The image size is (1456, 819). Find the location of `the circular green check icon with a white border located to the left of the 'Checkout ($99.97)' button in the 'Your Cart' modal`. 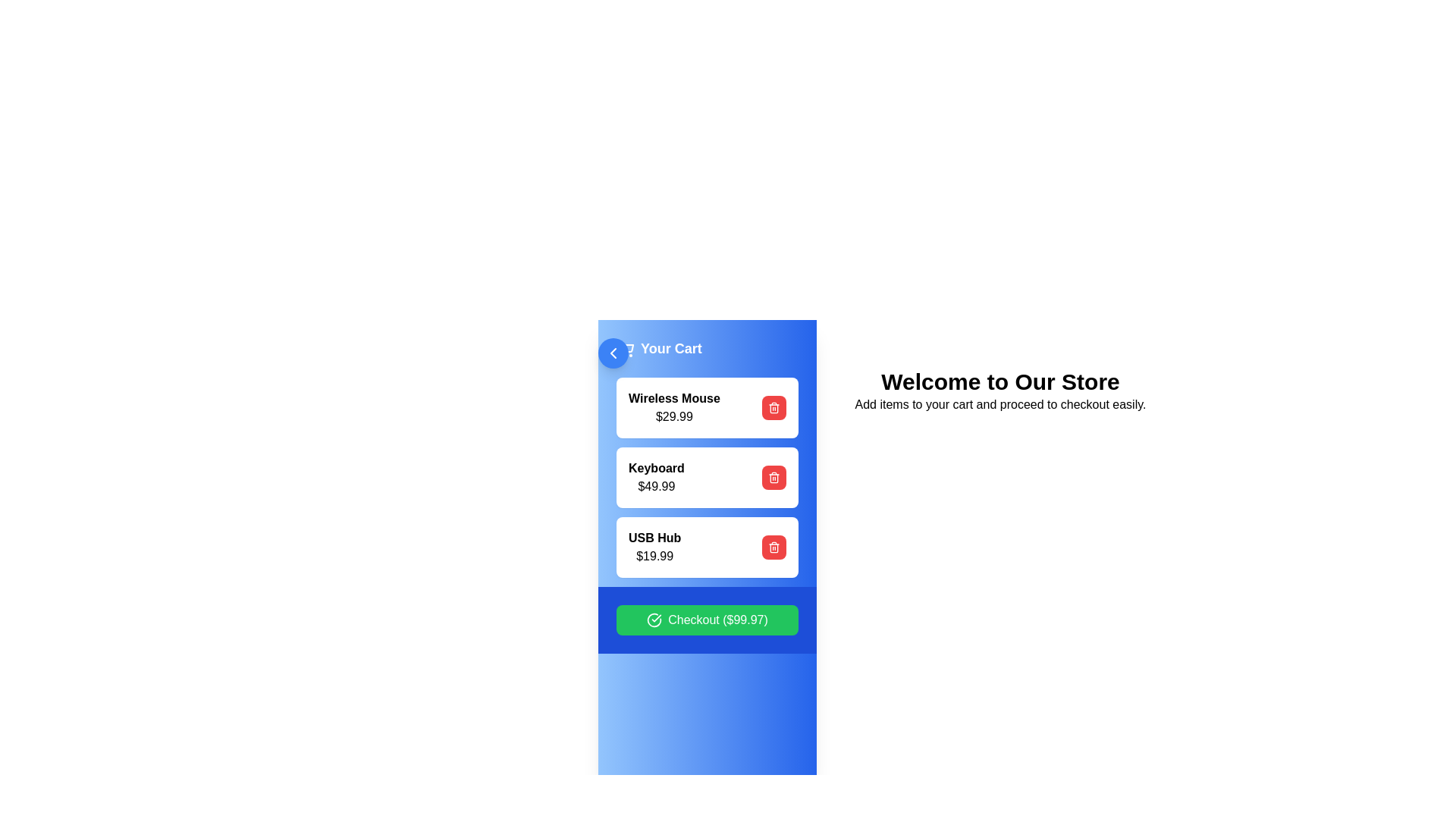

the circular green check icon with a white border located to the left of the 'Checkout ($99.97)' button in the 'Your Cart' modal is located at coordinates (654, 620).